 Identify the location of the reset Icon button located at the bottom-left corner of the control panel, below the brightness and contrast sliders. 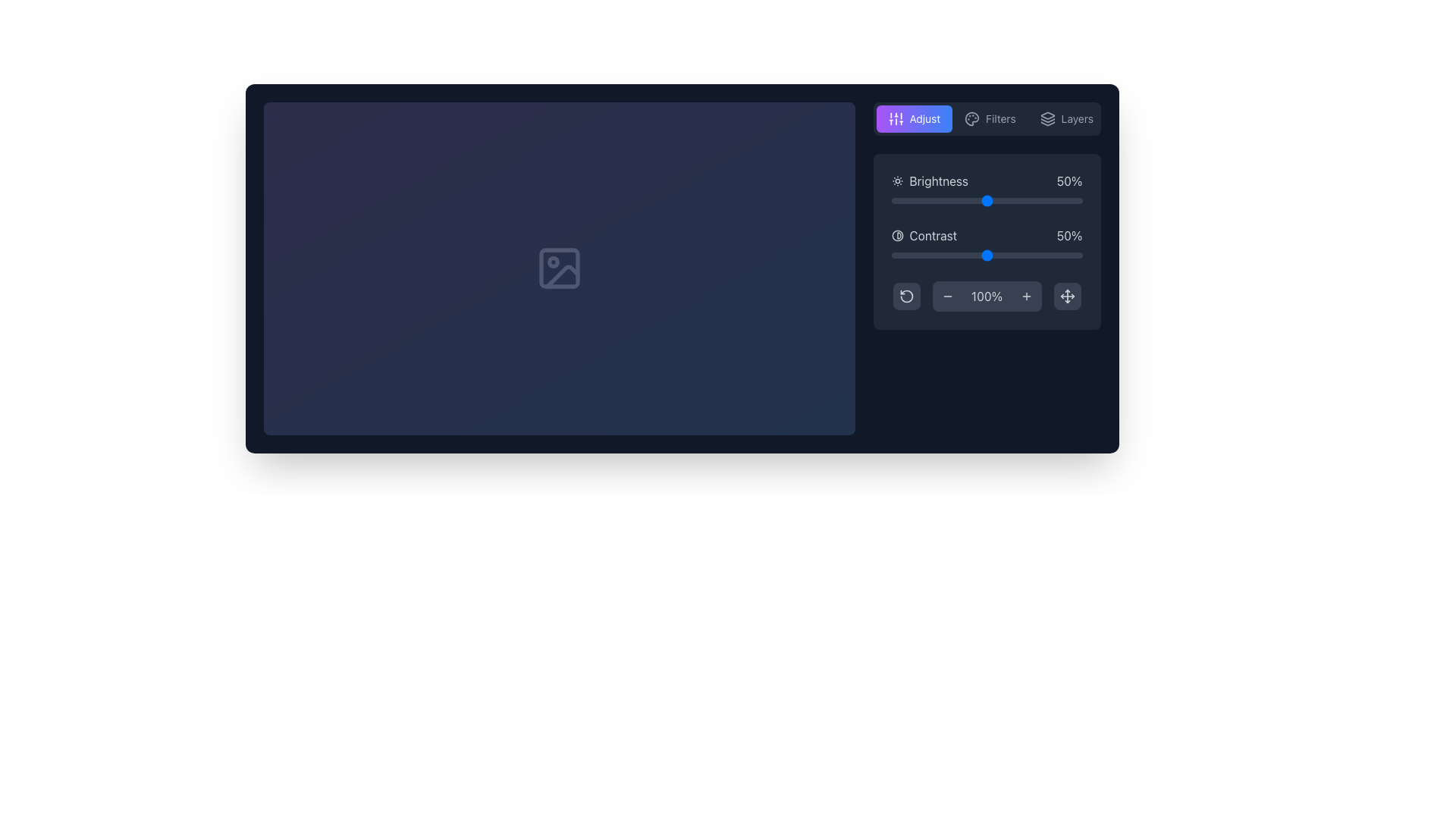
(906, 296).